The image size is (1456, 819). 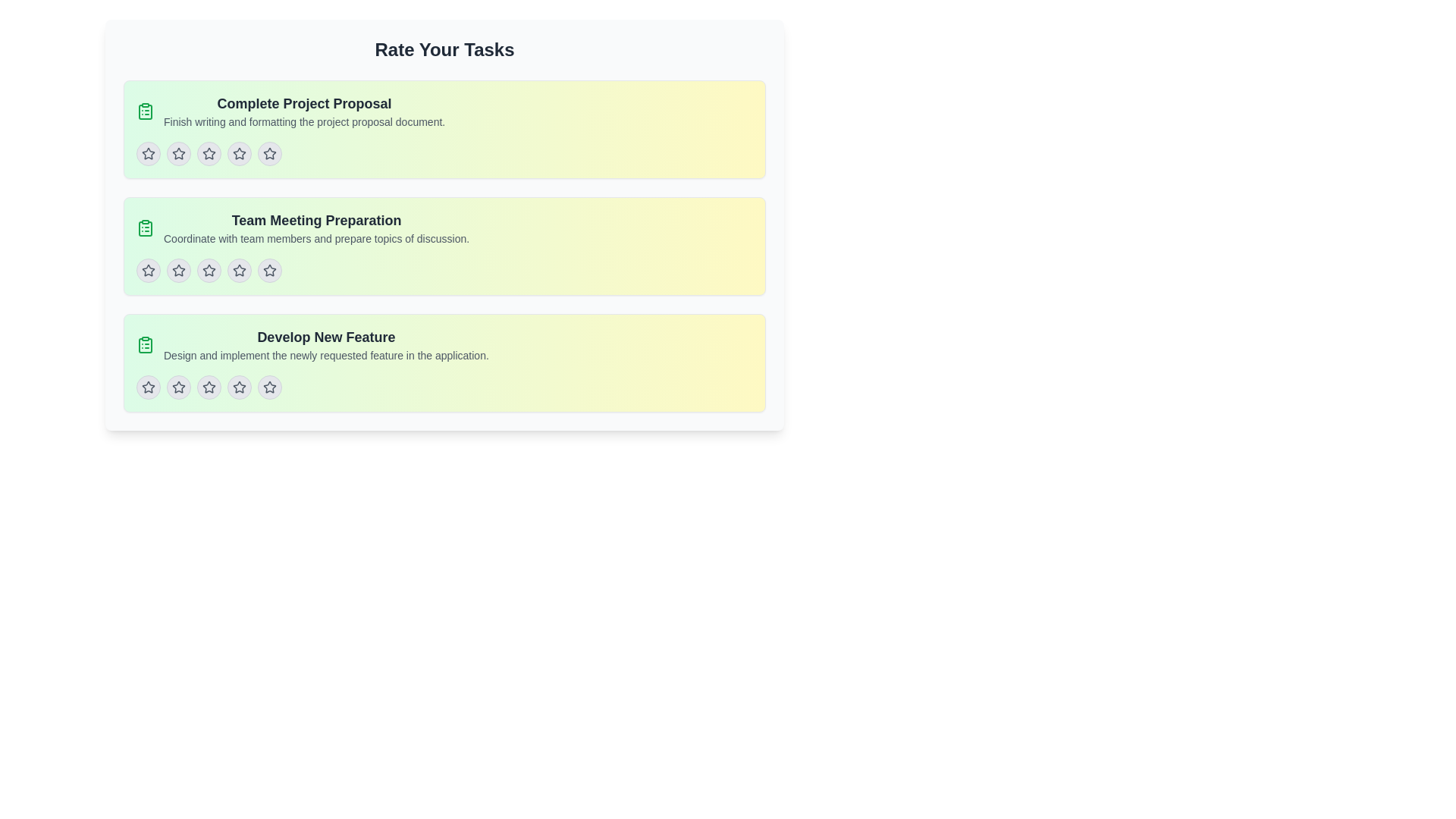 I want to click on the second star icon in the 'Team Meeting Preparation' section, so click(x=208, y=269).